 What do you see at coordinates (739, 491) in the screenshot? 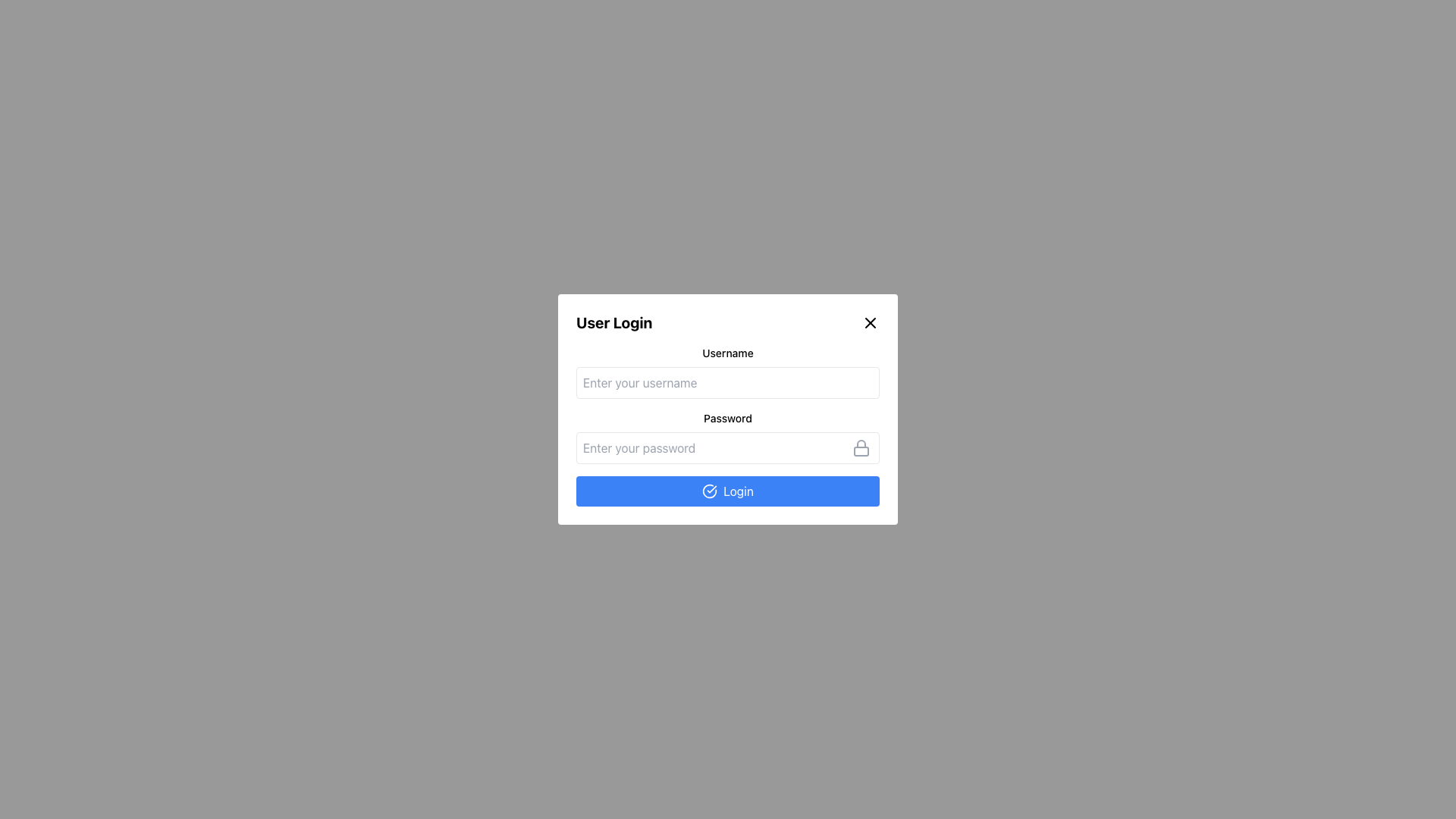
I see `the blue rectangular 'Login' button at the bottom center of the login form` at bounding box center [739, 491].